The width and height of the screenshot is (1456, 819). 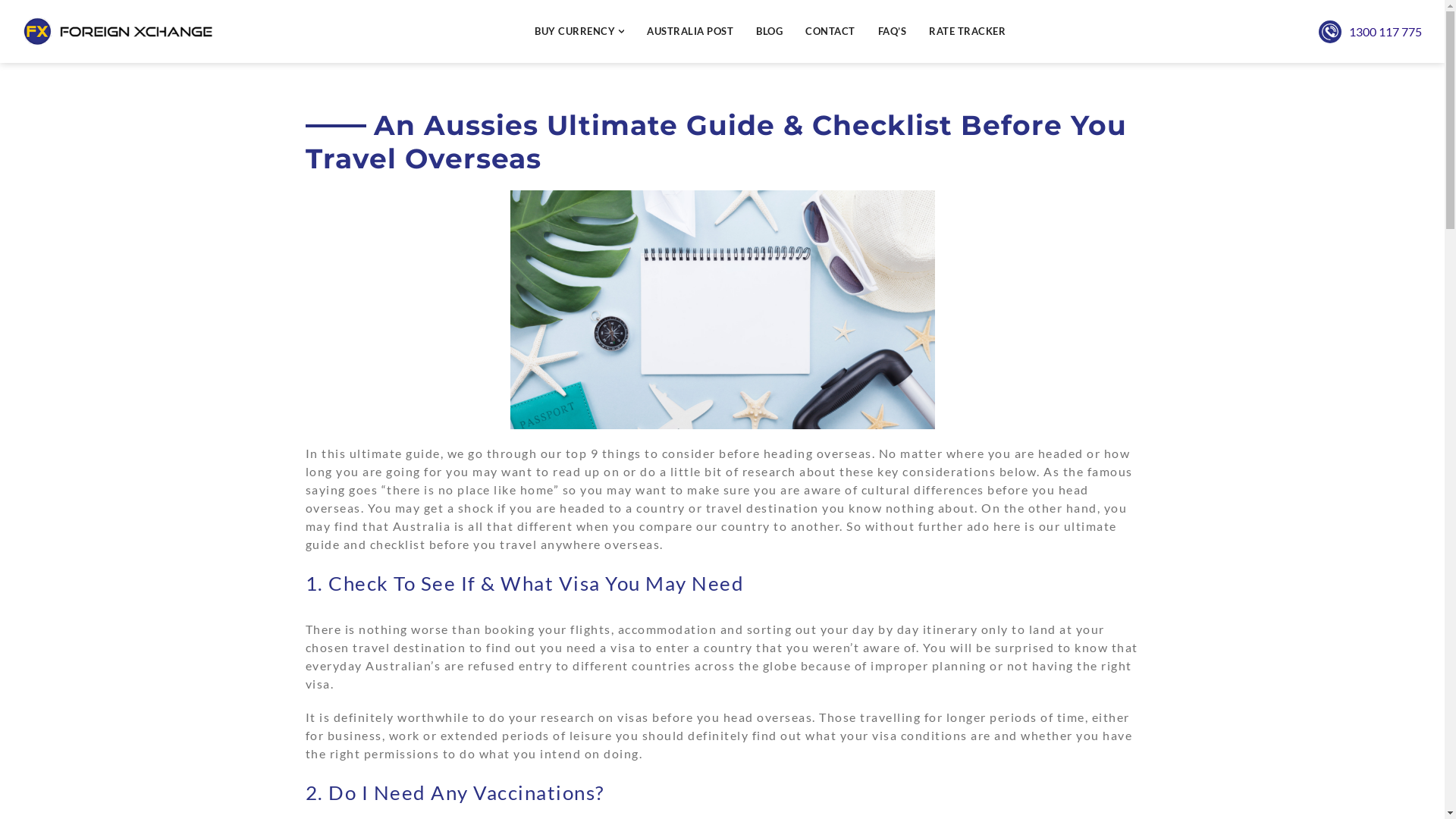 What do you see at coordinates (966, 31) in the screenshot?
I see `'RATE TRACKER'` at bounding box center [966, 31].